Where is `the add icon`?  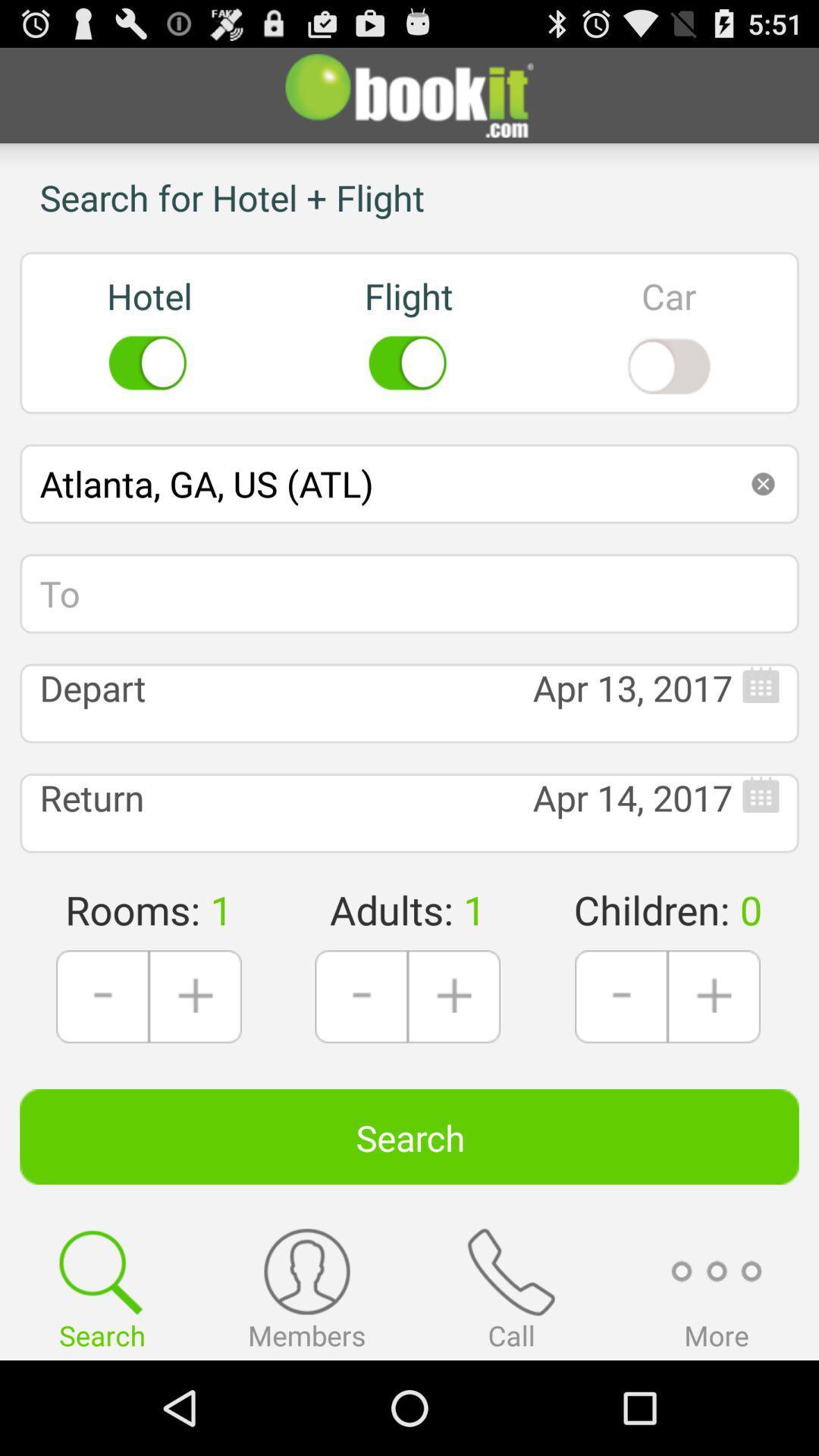 the add icon is located at coordinates (714, 1065).